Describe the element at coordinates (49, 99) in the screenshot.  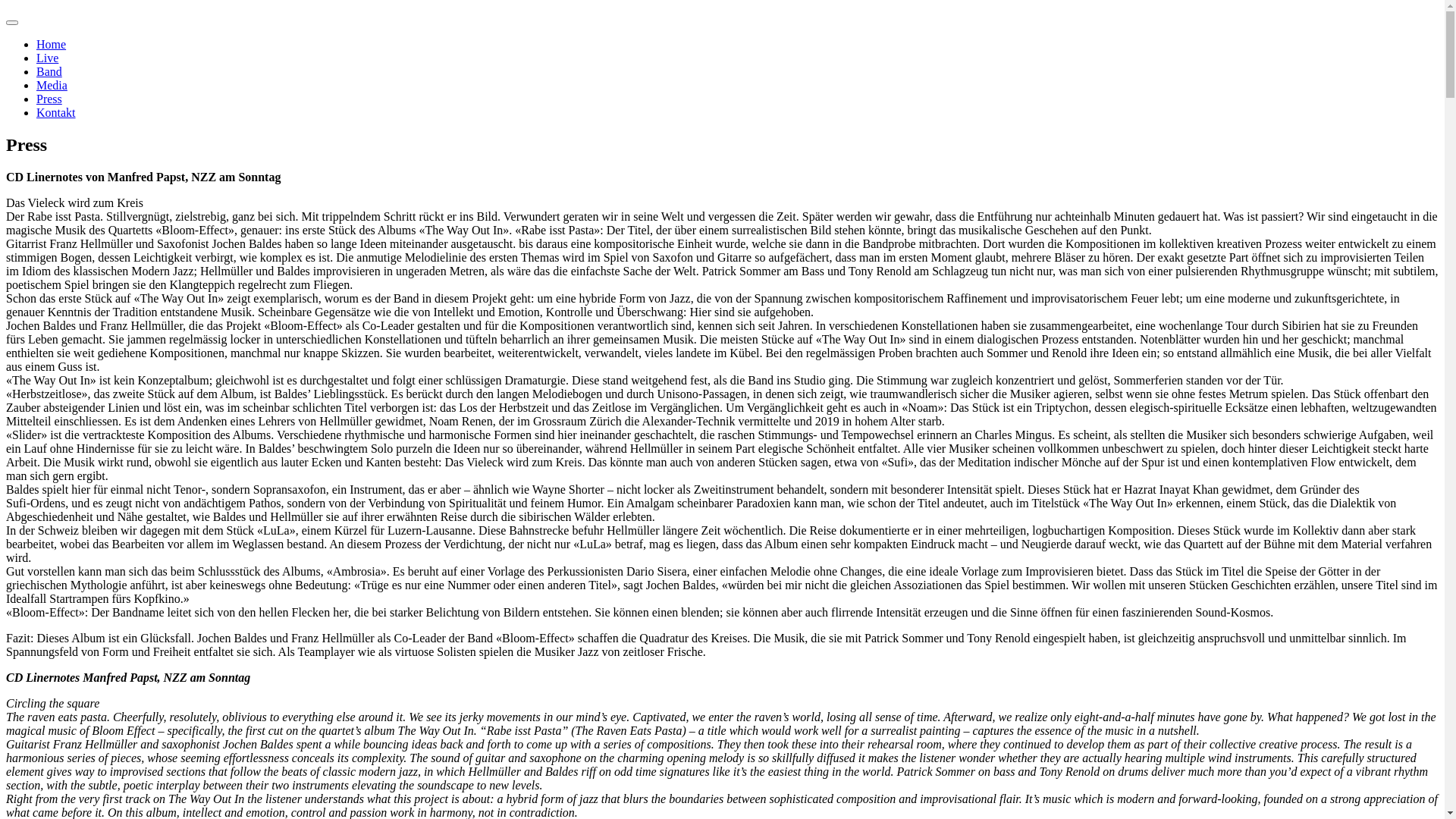
I see `'Press'` at that location.